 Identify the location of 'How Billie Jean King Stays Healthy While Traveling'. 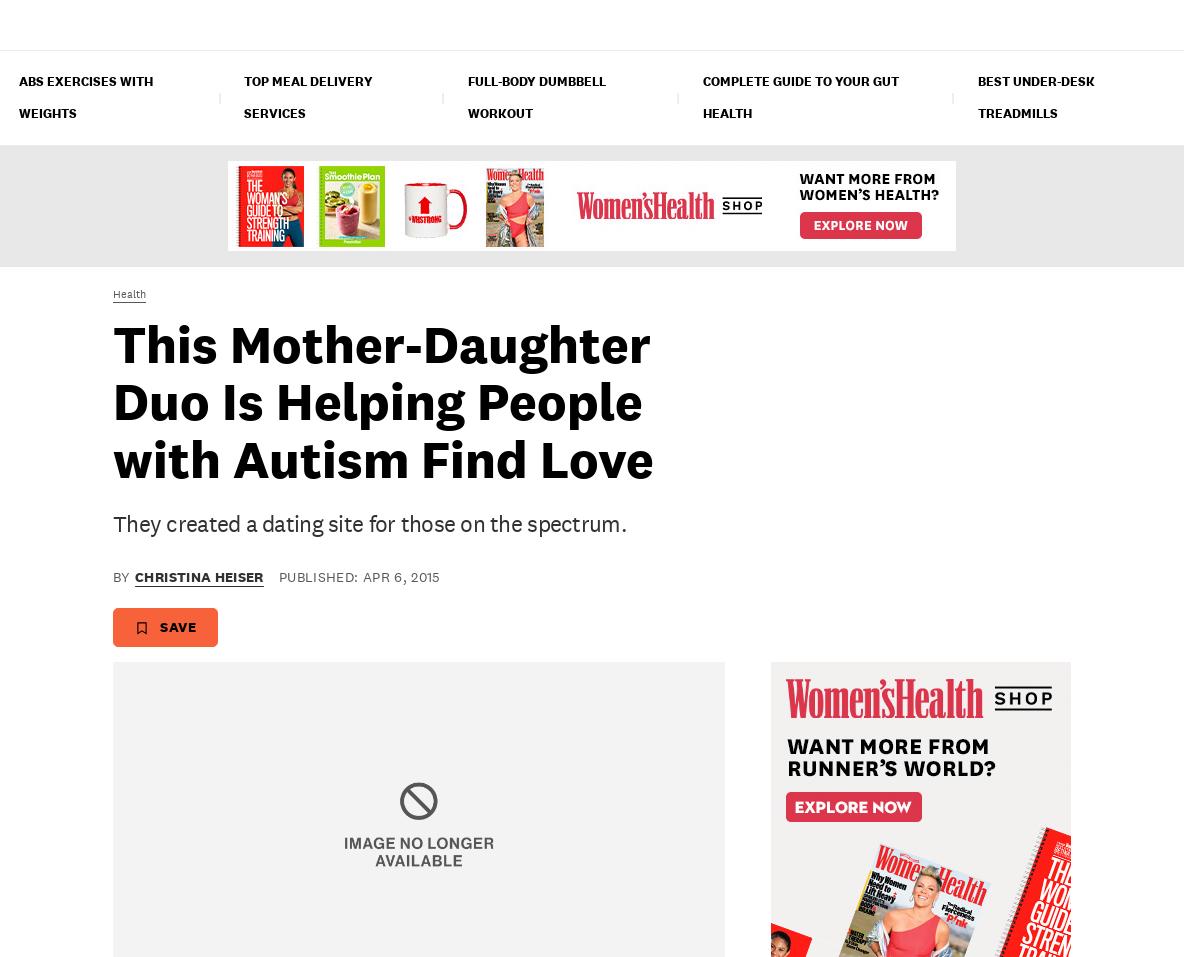
(728, 899).